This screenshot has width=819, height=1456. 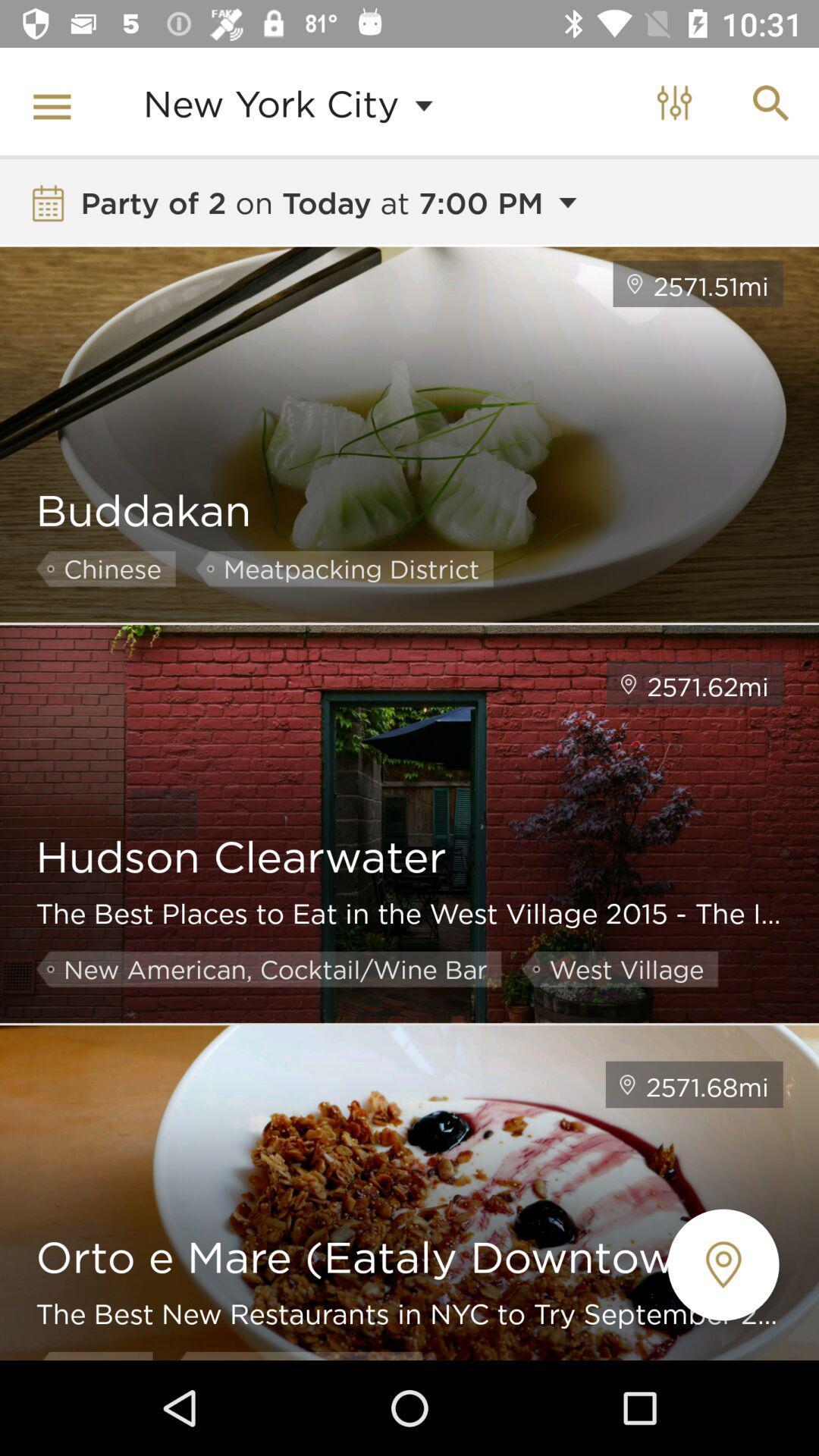 What do you see at coordinates (771, 103) in the screenshot?
I see `the search icon` at bounding box center [771, 103].